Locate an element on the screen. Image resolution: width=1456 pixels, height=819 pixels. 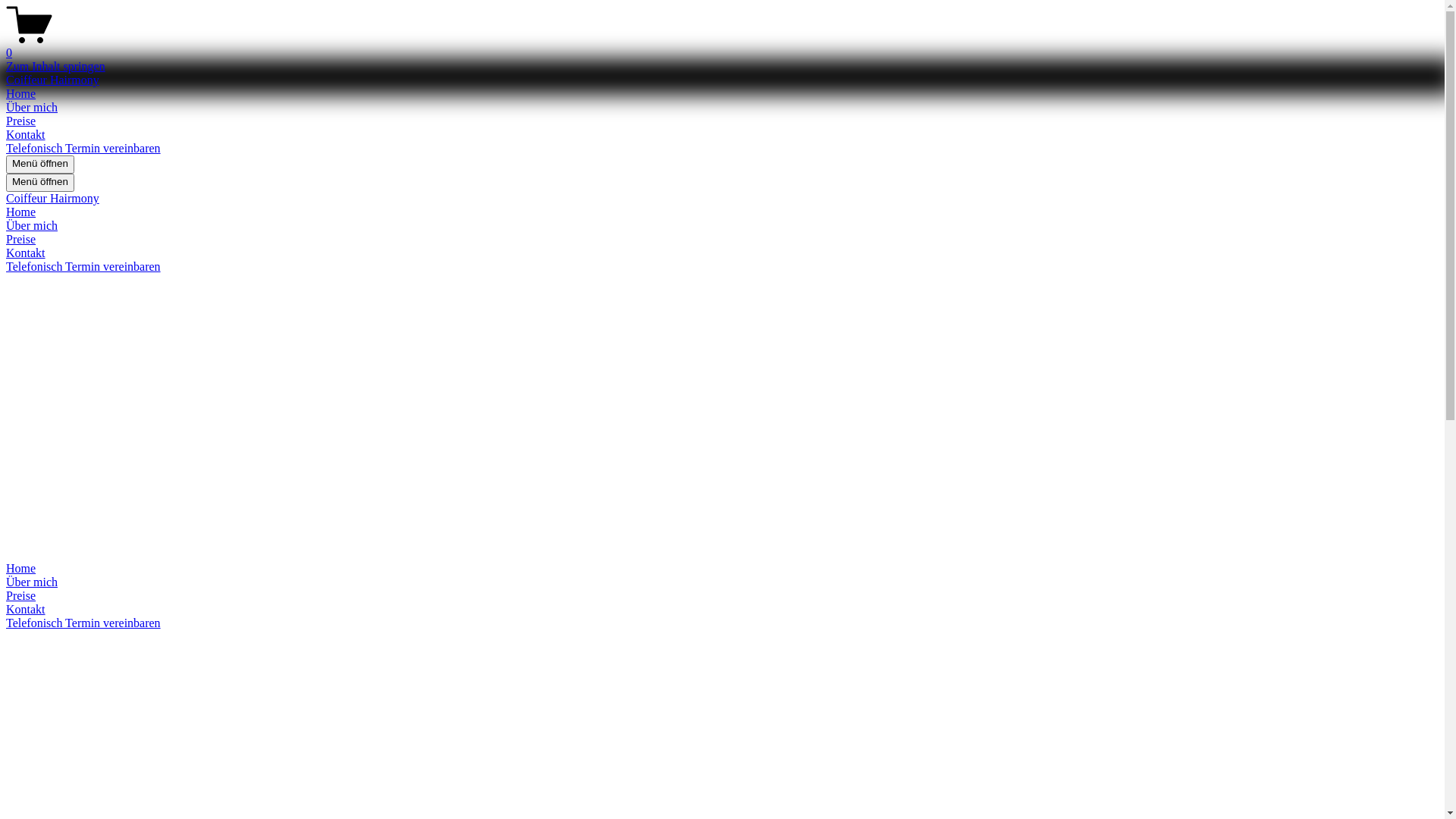
'Preise' is located at coordinates (20, 239).